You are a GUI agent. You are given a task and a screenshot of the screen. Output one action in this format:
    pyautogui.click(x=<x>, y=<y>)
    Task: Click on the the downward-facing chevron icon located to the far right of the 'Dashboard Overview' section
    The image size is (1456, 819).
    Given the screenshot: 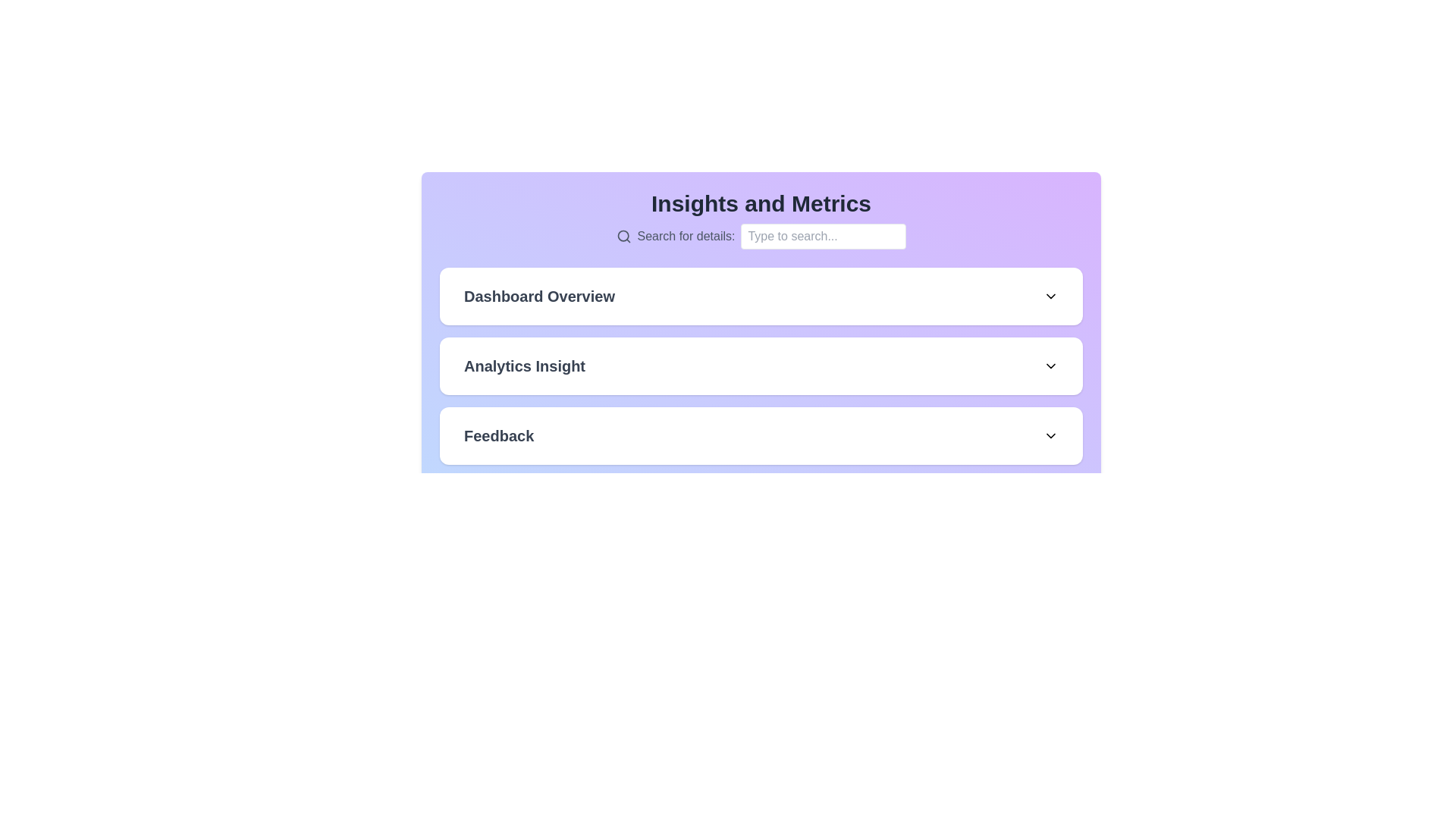 What is the action you would take?
    pyautogui.click(x=1050, y=296)
    